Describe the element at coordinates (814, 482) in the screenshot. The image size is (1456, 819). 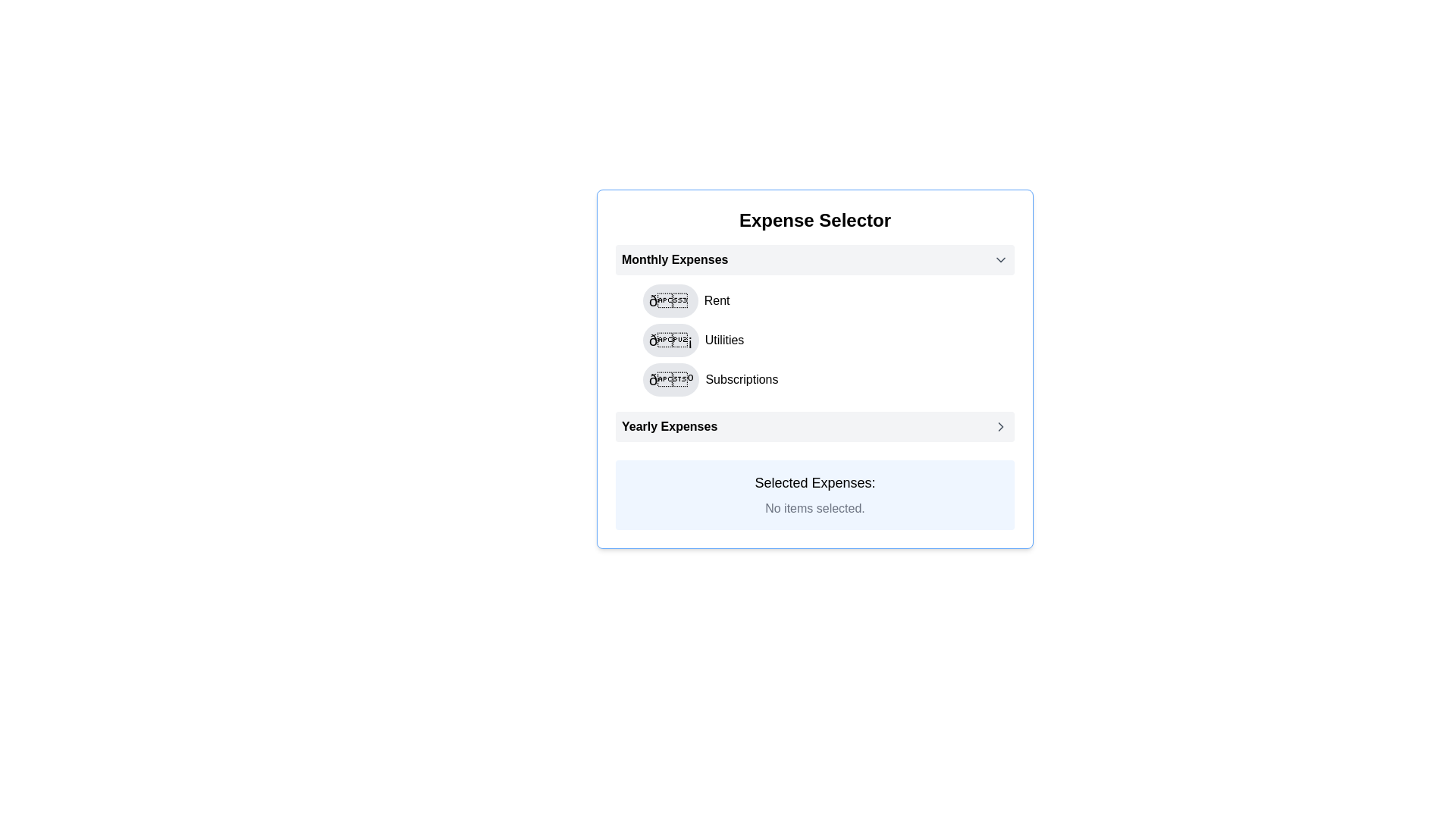
I see `the Text Label that acts as a header for the section displaying information about selected expenses, located in the lower portion of the layout above the text 'No items selected.'` at that location.